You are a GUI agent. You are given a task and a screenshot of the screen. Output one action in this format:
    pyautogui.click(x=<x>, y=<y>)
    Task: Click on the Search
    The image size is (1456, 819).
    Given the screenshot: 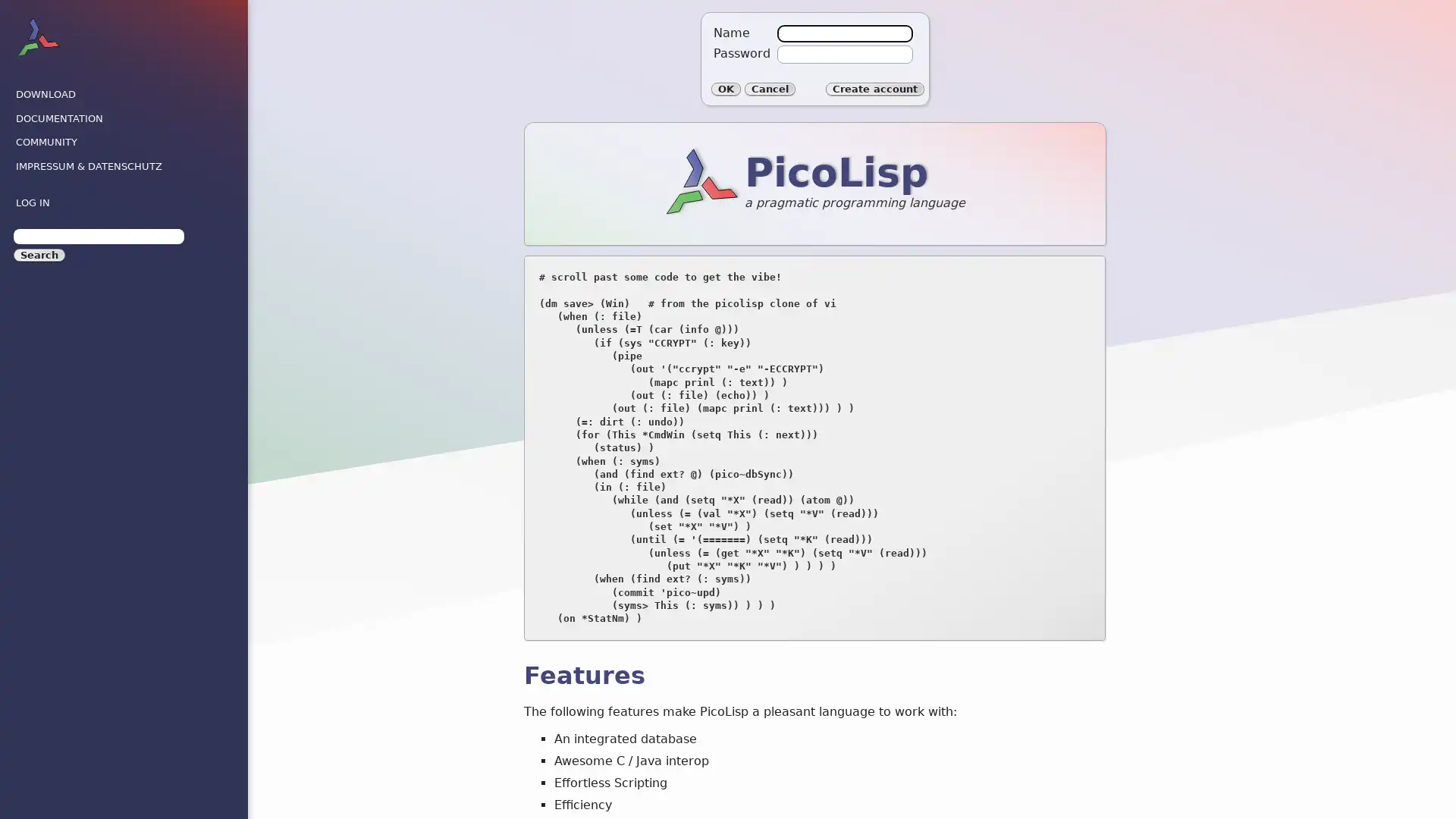 What is the action you would take?
    pyautogui.click(x=39, y=253)
    